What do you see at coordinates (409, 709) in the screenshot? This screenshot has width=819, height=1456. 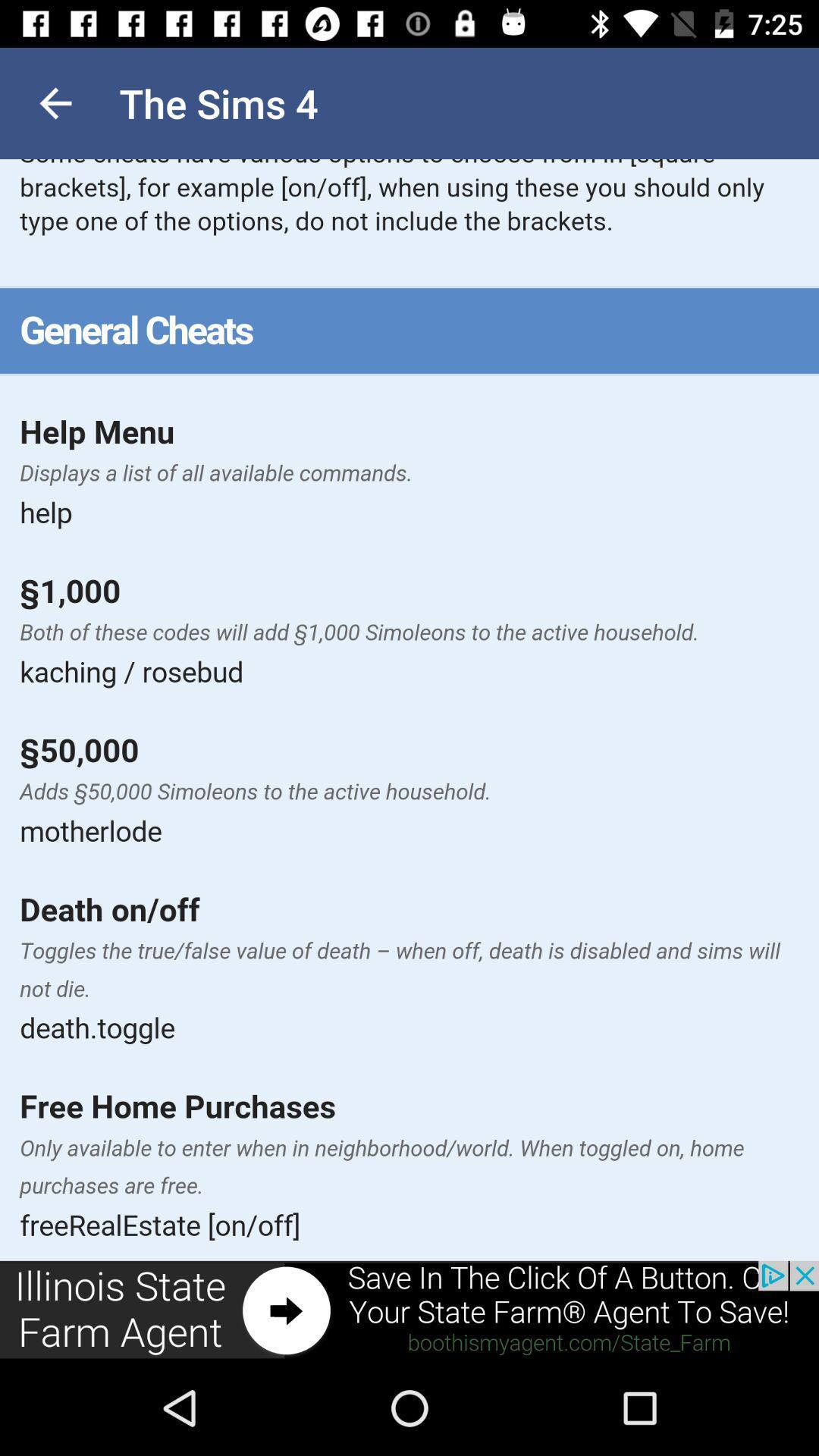 I see `go through the details of sims 4` at bounding box center [409, 709].